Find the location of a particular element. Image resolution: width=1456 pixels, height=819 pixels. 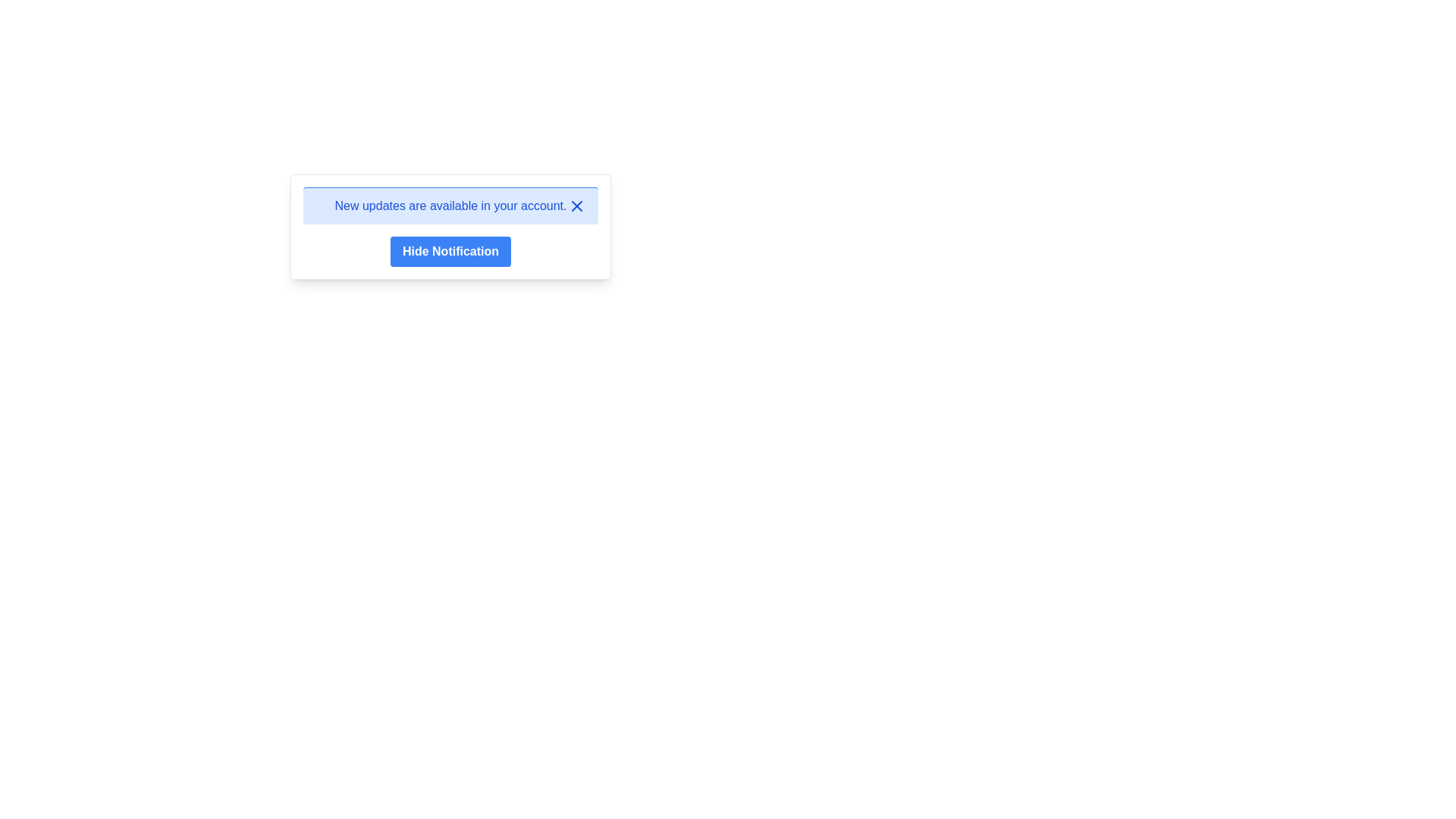

the close button icon in the top right corner of the notification box is located at coordinates (576, 206).